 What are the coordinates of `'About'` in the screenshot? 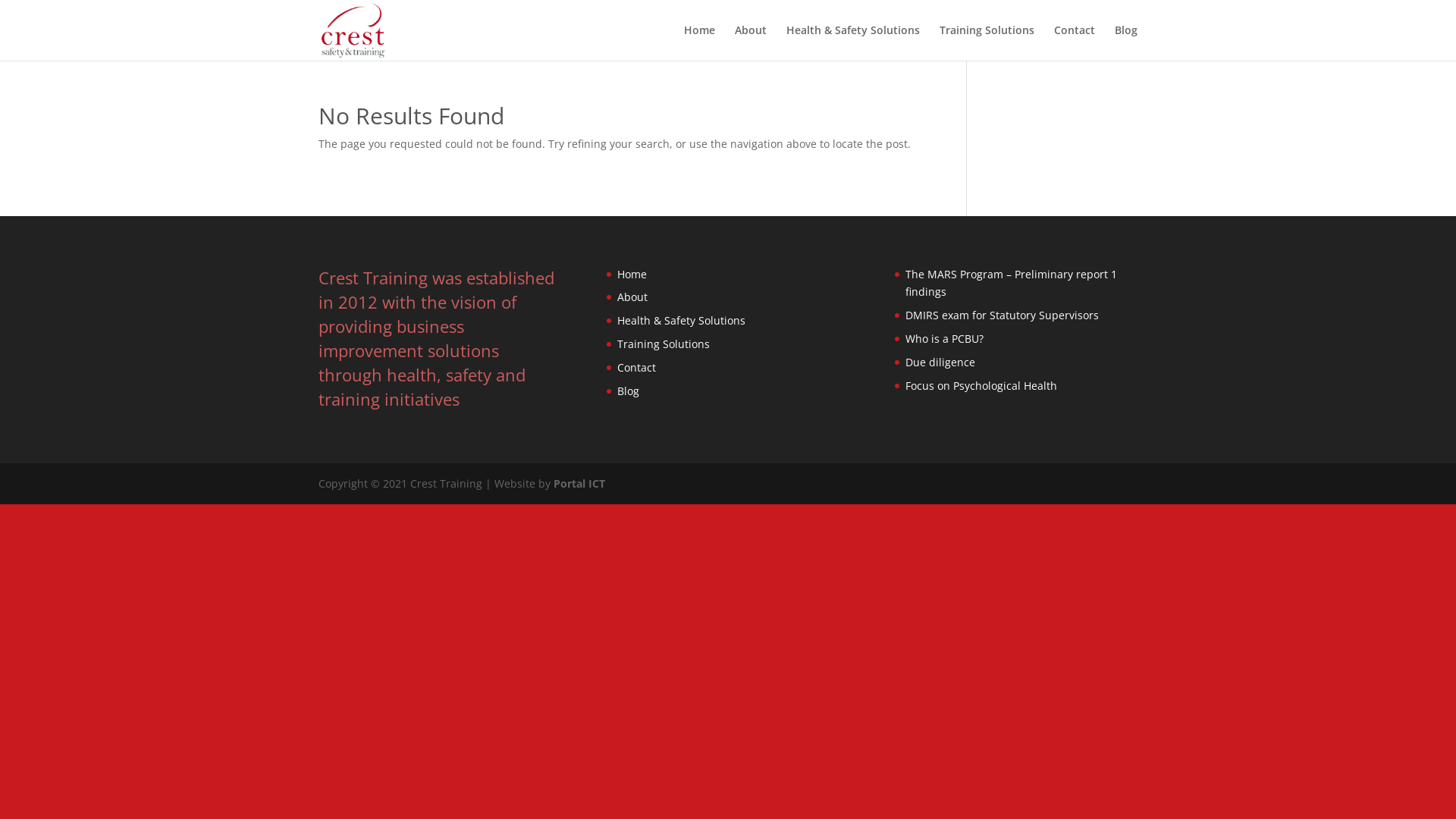 It's located at (632, 297).